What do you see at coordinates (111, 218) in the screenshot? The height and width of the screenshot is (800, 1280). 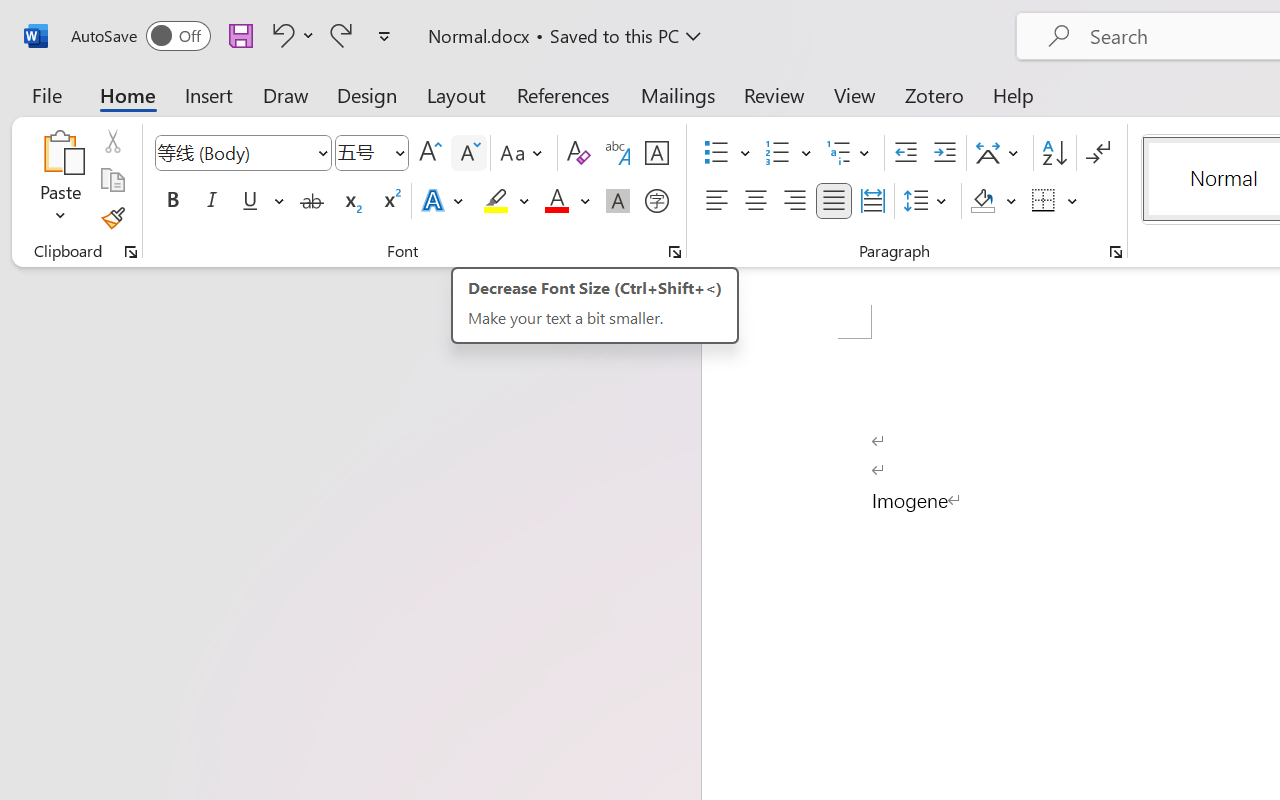 I see `'Format Painter'` at bounding box center [111, 218].